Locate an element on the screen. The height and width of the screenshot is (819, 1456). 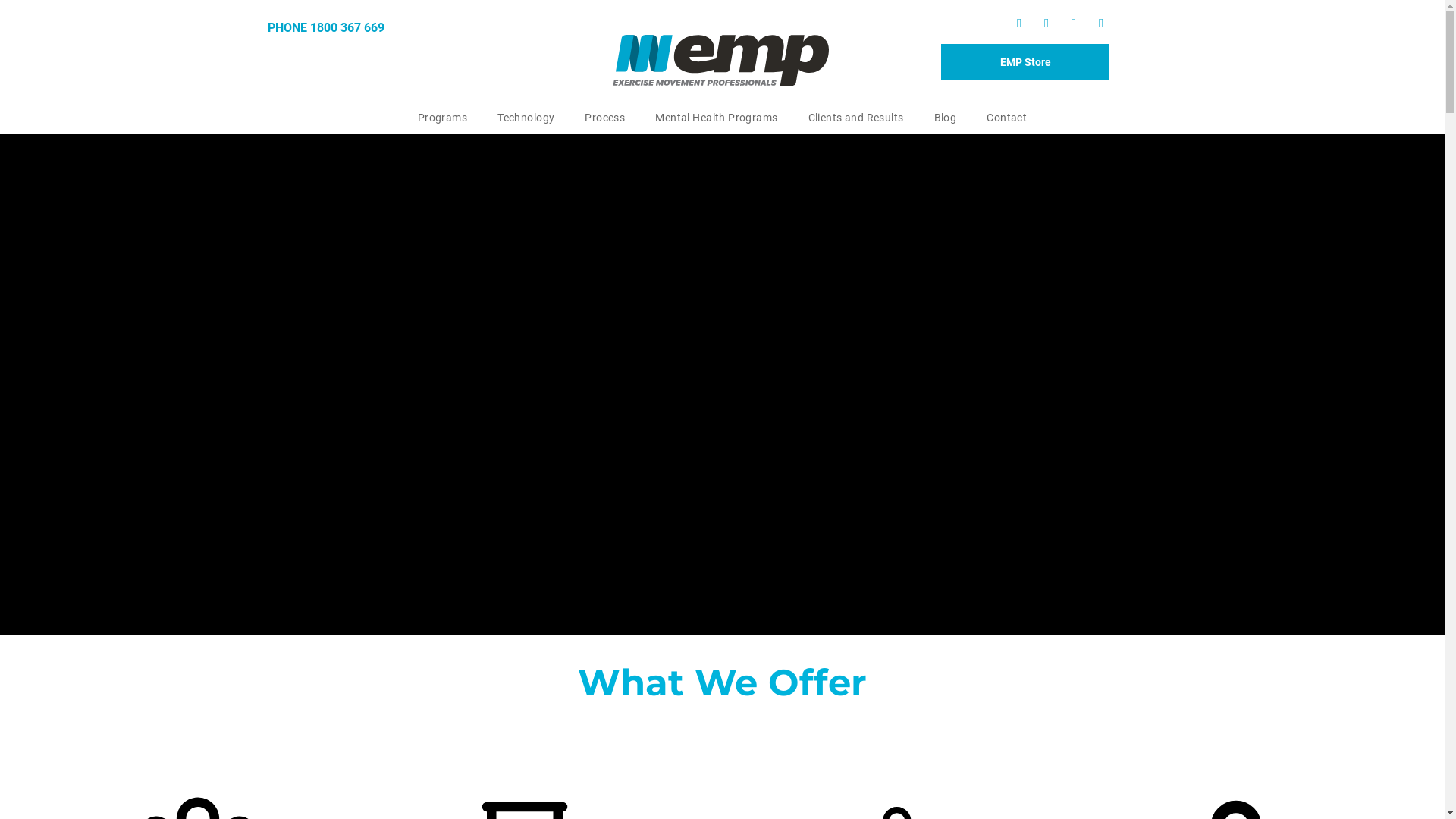
'Programs' is located at coordinates (441, 117).